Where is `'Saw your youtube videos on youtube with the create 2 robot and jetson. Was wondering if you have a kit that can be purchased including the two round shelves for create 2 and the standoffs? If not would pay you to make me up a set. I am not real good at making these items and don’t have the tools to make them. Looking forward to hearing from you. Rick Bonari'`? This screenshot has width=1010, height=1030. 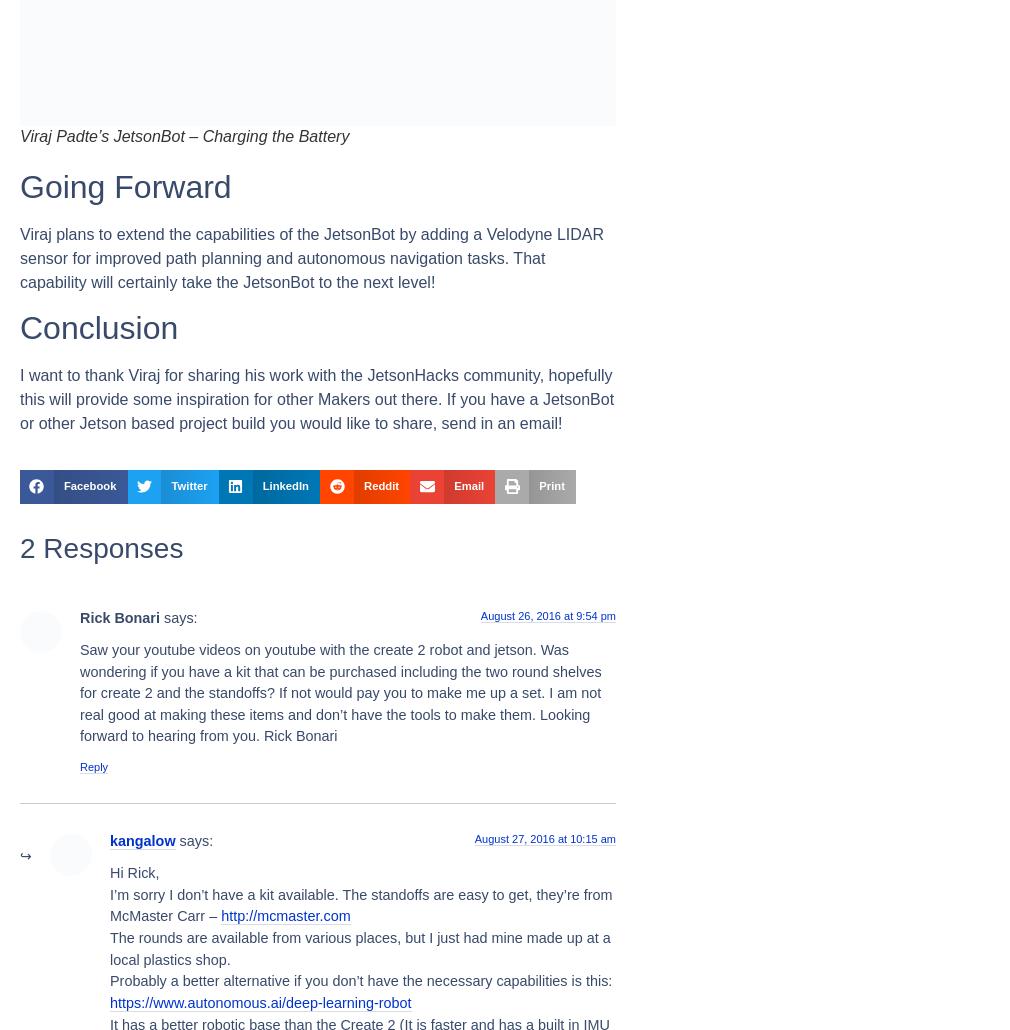
'Saw your youtube videos on youtube with the create 2 robot and jetson. Was wondering if you have a kit that can be purchased including the two round shelves for create 2 and the standoffs? If not would pay you to make me up a set. I am not real good at making these items and don’t have the tools to make them. Looking forward to hearing from you. Rick Bonari' is located at coordinates (340, 692).